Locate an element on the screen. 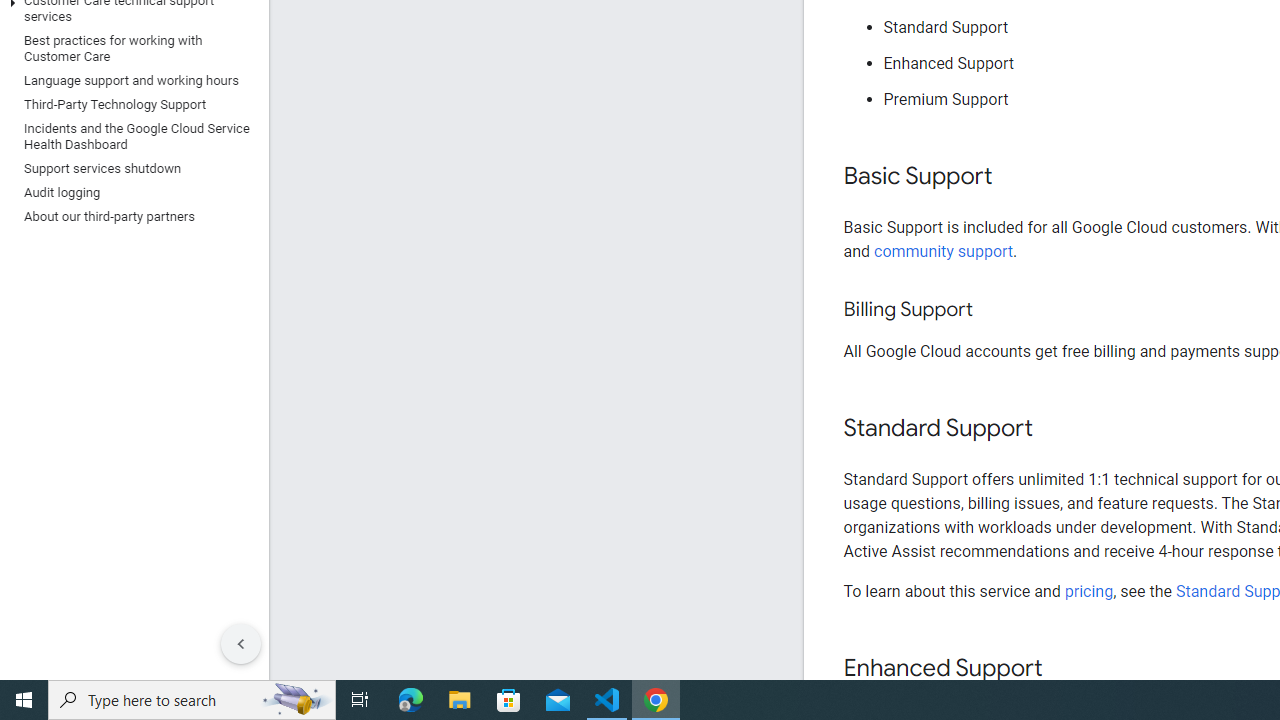 The height and width of the screenshot is (720, 1280). 'Copy link to this section: Basic Support' is located at coordinates (1012, 176).